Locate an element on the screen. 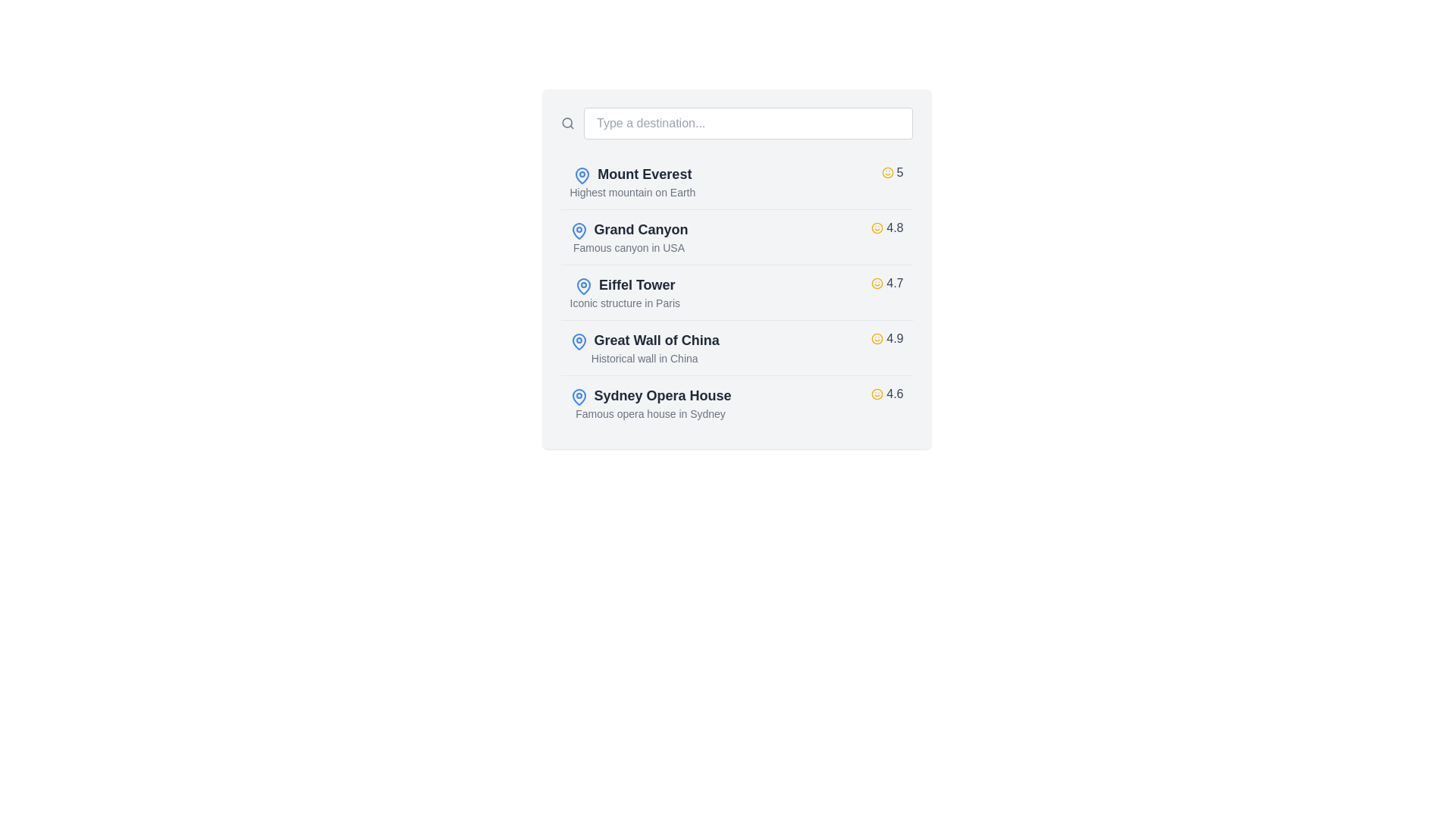  the text label displaying the rating for the 'Great Wall of China', which is located at the far right end of its row and is part of a group with a yellow smiley icon is located at coordinates (895, 338).